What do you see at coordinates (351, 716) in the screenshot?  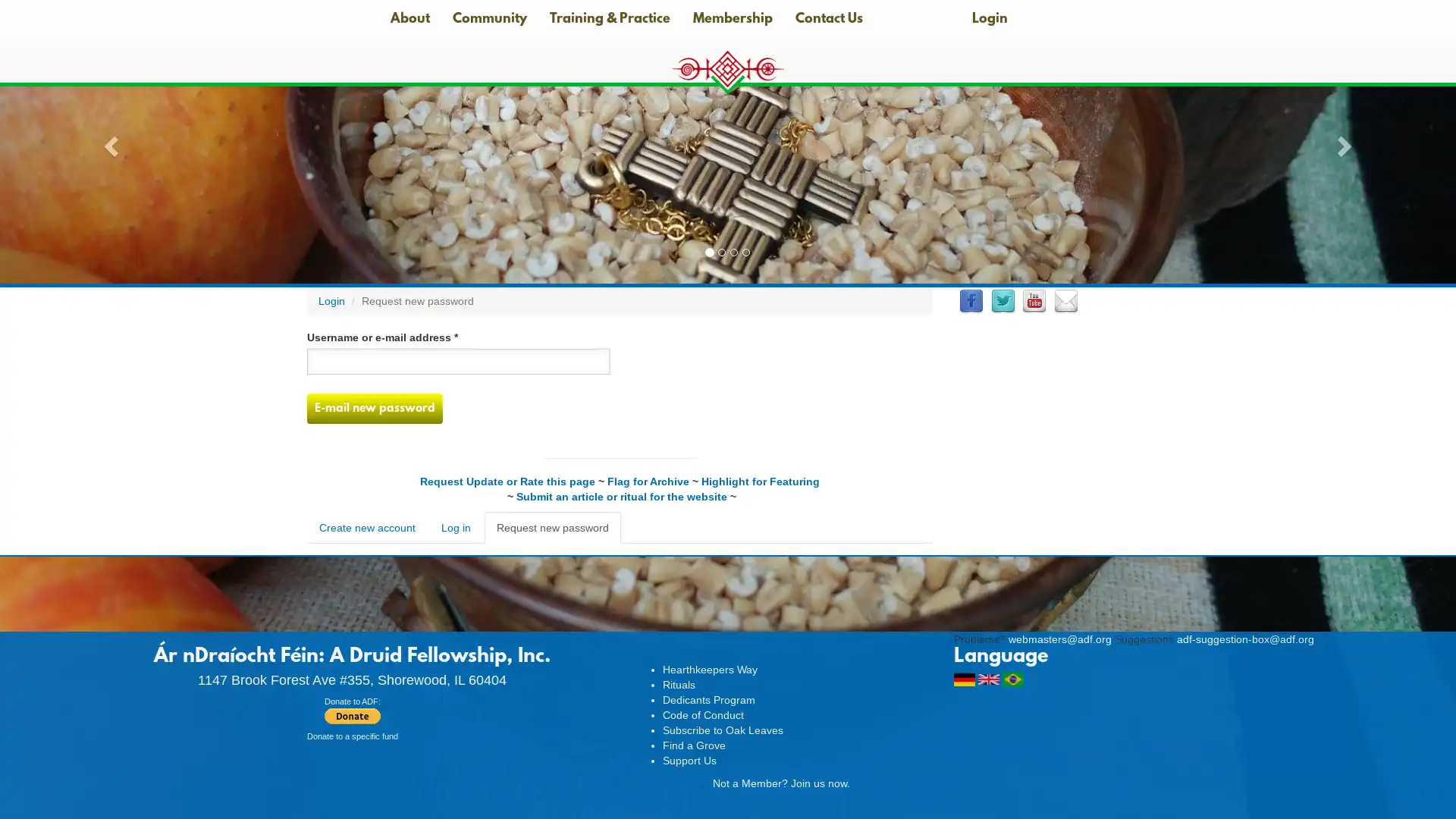 I see `Donate with PayPal button` at bounding box center [351, 716].